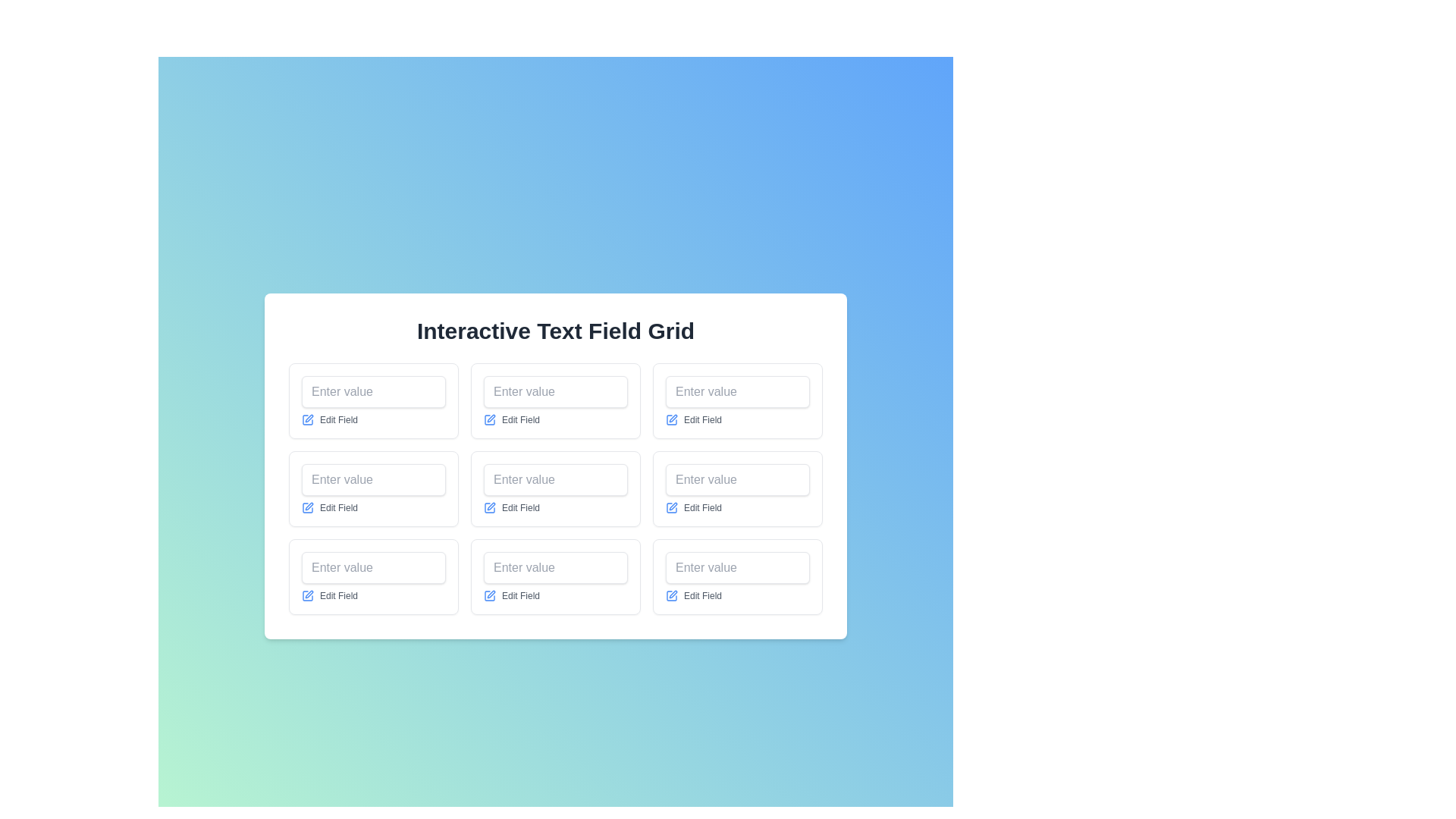 The image size is (1456, 819). I want to click on the sixth edit icon in the bottom right corner of the grid, so click(673, 506).